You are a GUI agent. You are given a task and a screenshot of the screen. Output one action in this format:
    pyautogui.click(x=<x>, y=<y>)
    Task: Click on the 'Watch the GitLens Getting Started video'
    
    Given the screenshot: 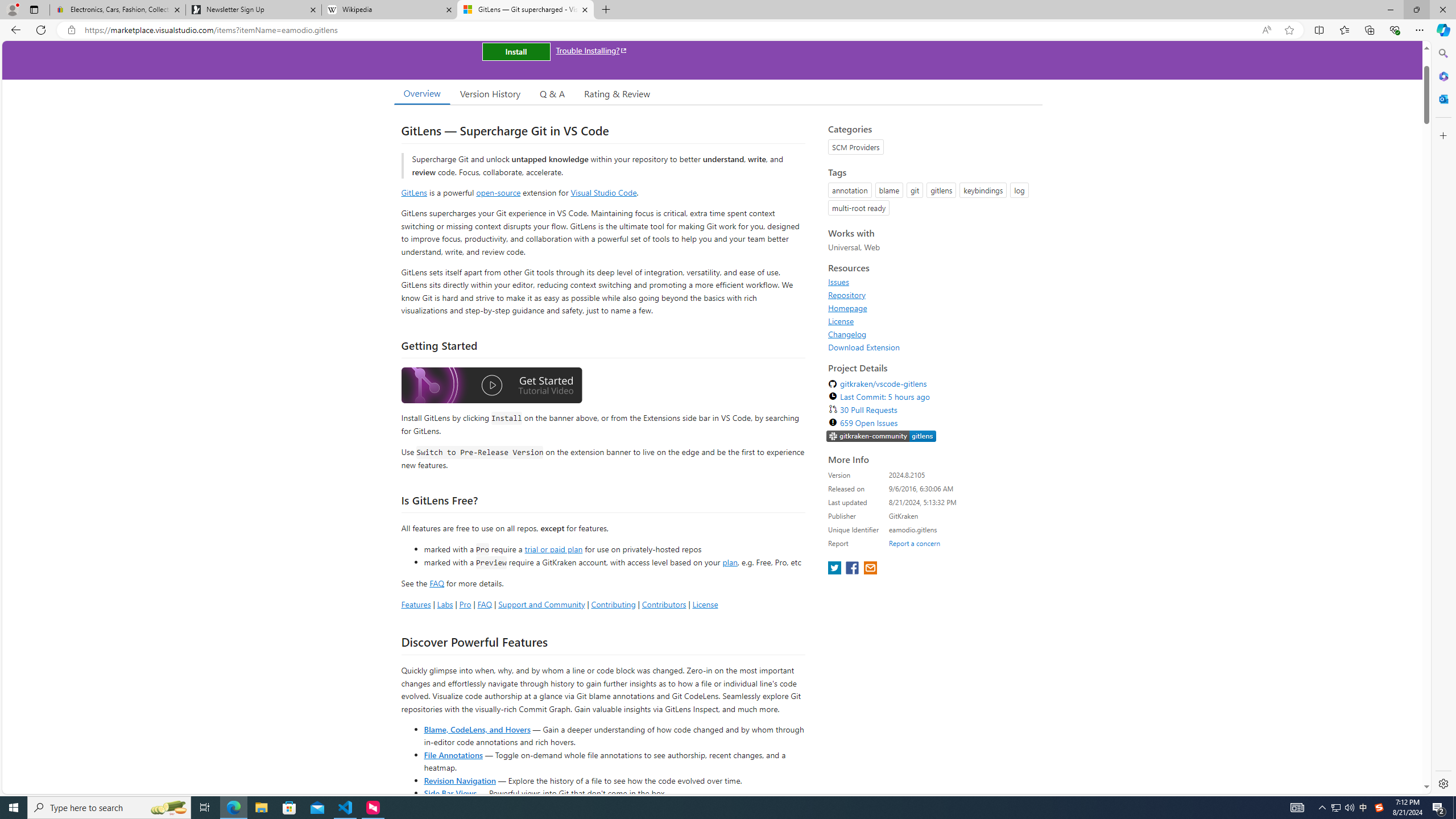 What is the action you would take?
    pyautogui.click(x=491, y=385)
    